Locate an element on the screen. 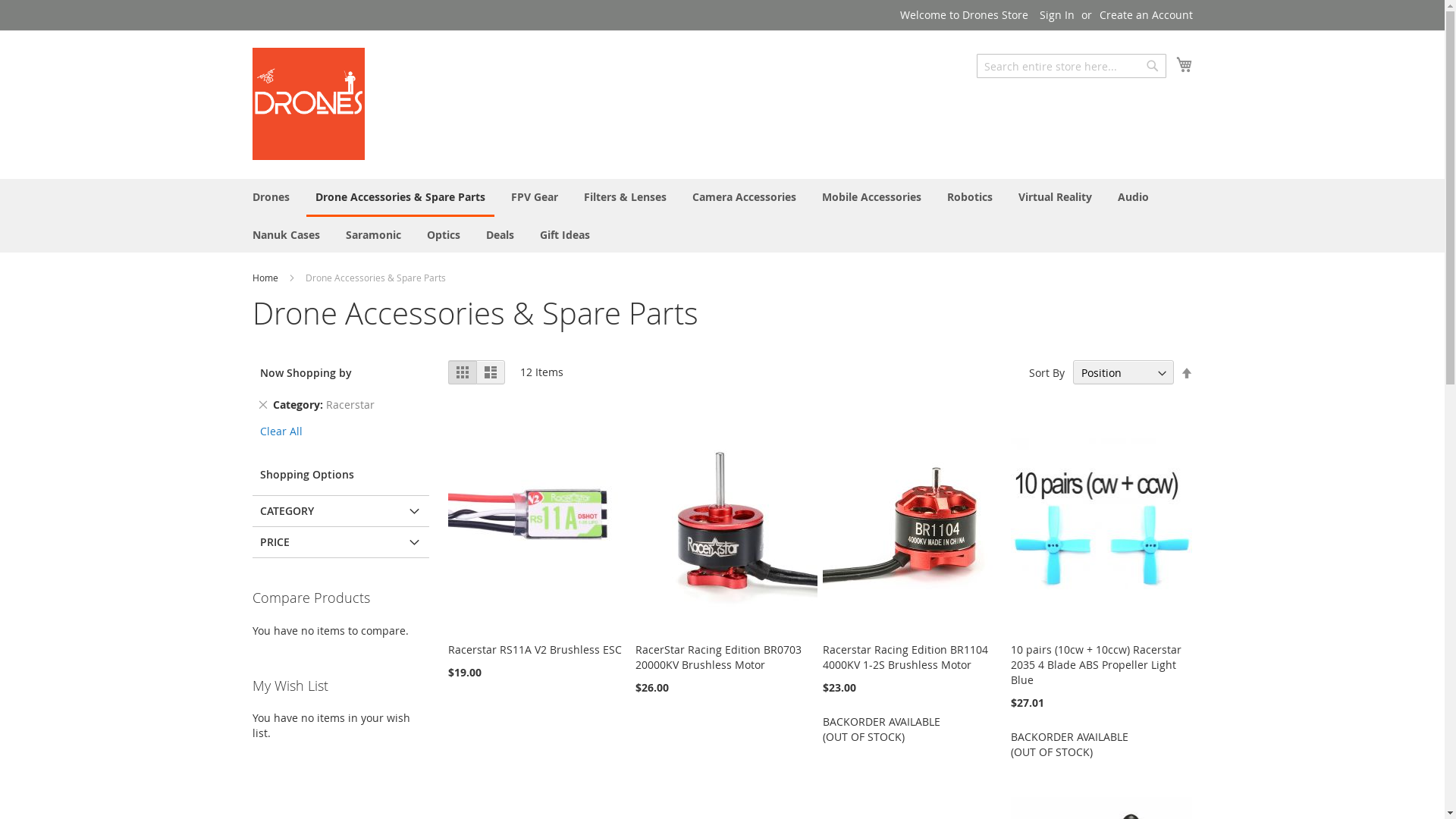 The width and height of the screenshot is (1456, 819). 'Add to Cart' is located at coordinates (290, 718).